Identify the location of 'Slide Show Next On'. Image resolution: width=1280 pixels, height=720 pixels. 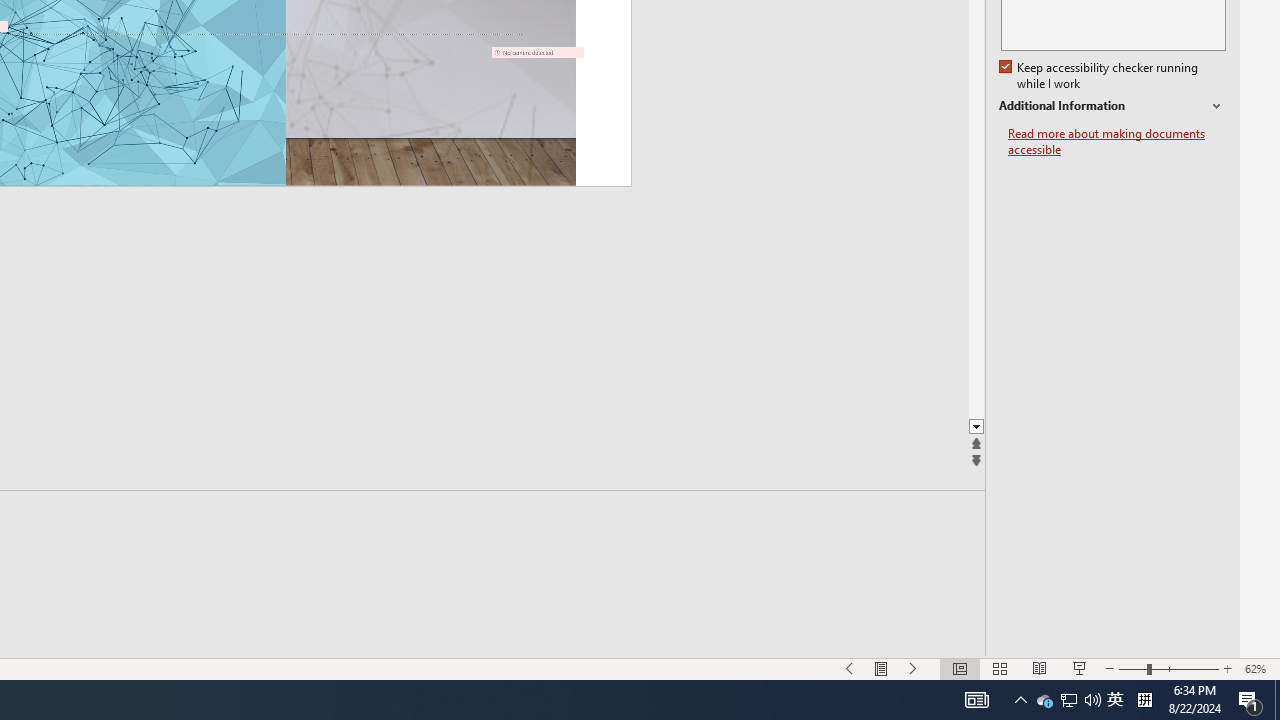
(913, 669).